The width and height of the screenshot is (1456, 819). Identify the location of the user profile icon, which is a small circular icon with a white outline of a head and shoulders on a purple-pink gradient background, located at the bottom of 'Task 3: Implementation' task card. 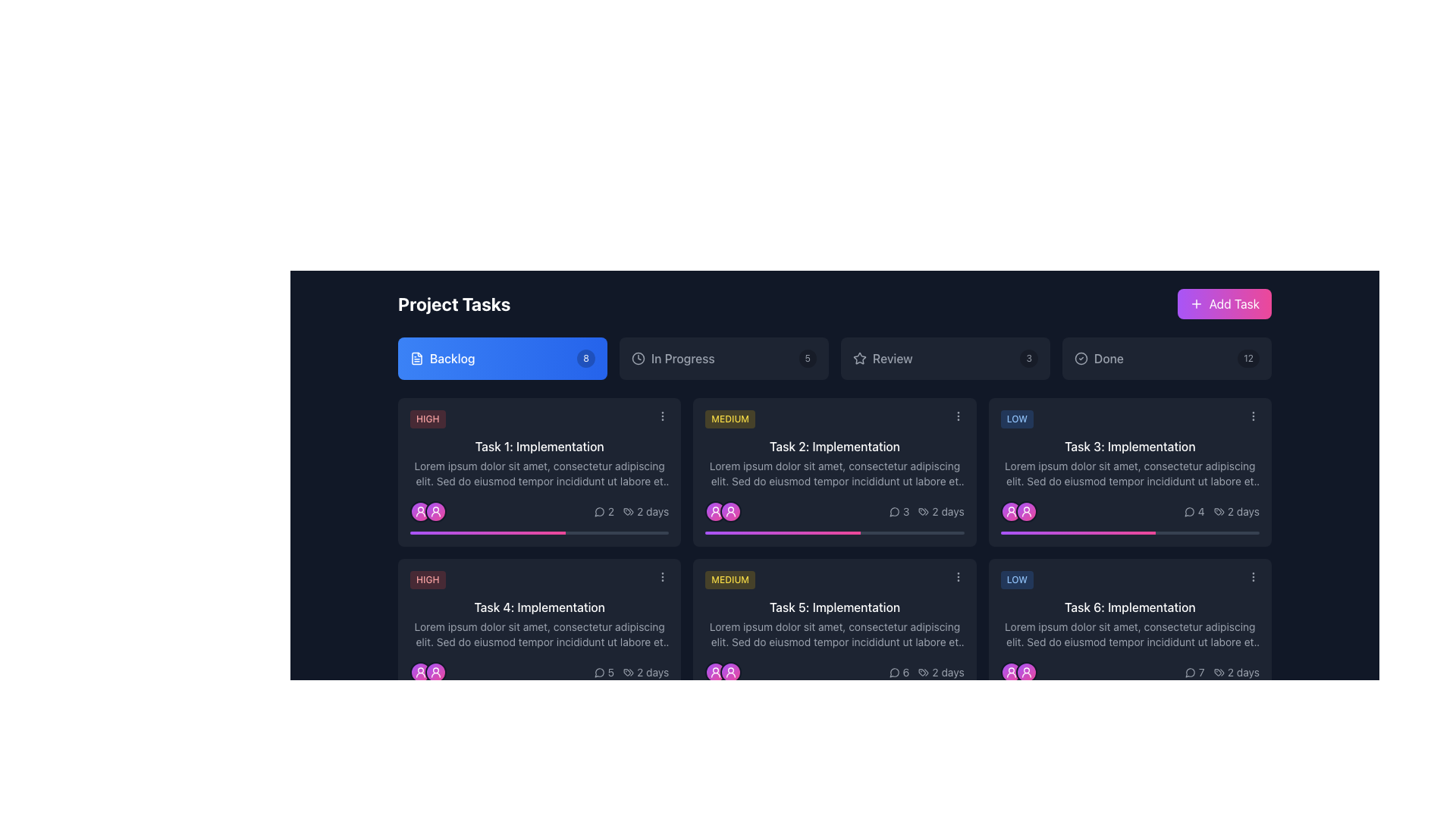
(1011, 512).